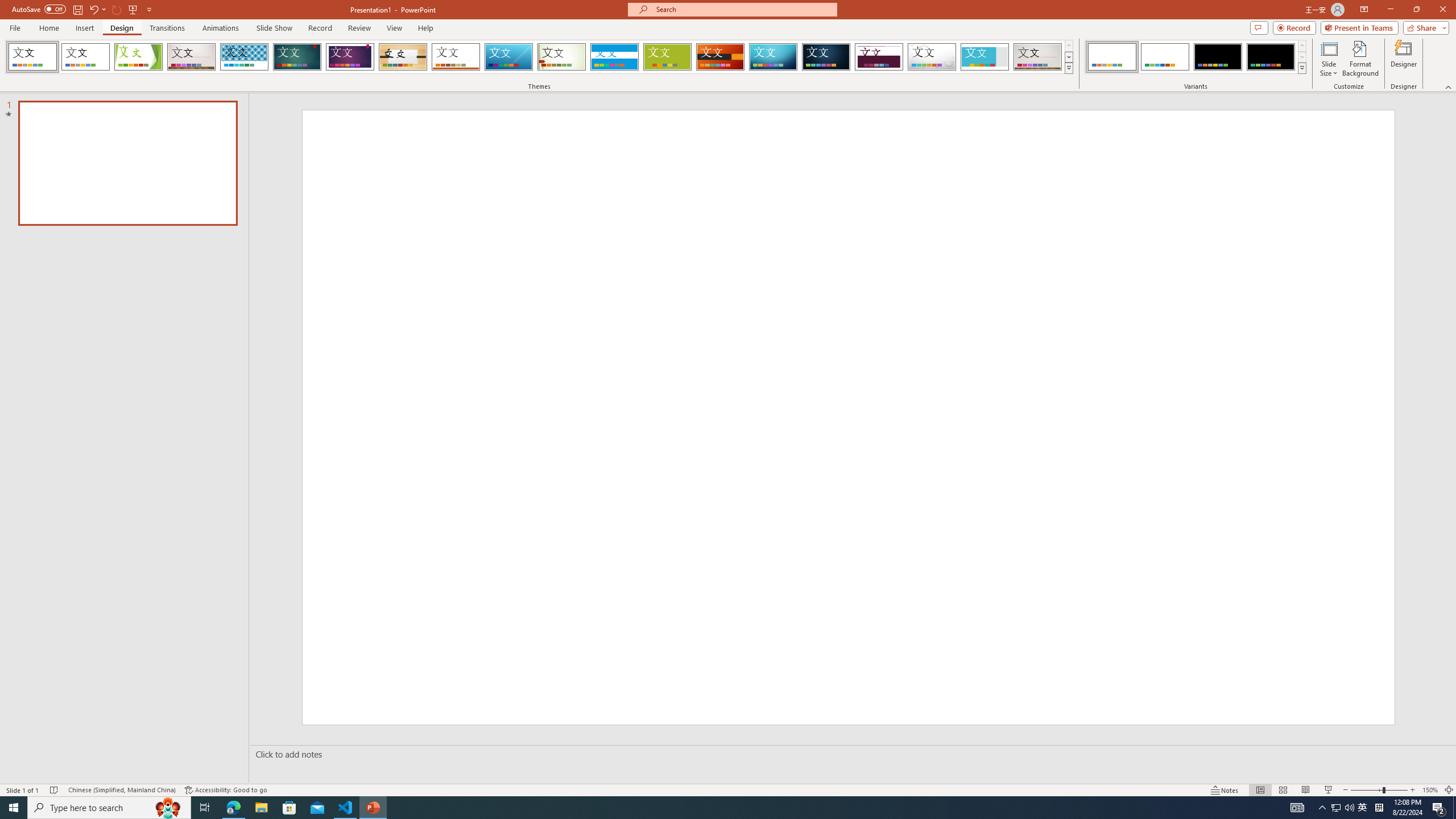  I want to click on 'Organic Loading Preview...', so click(403, 56).